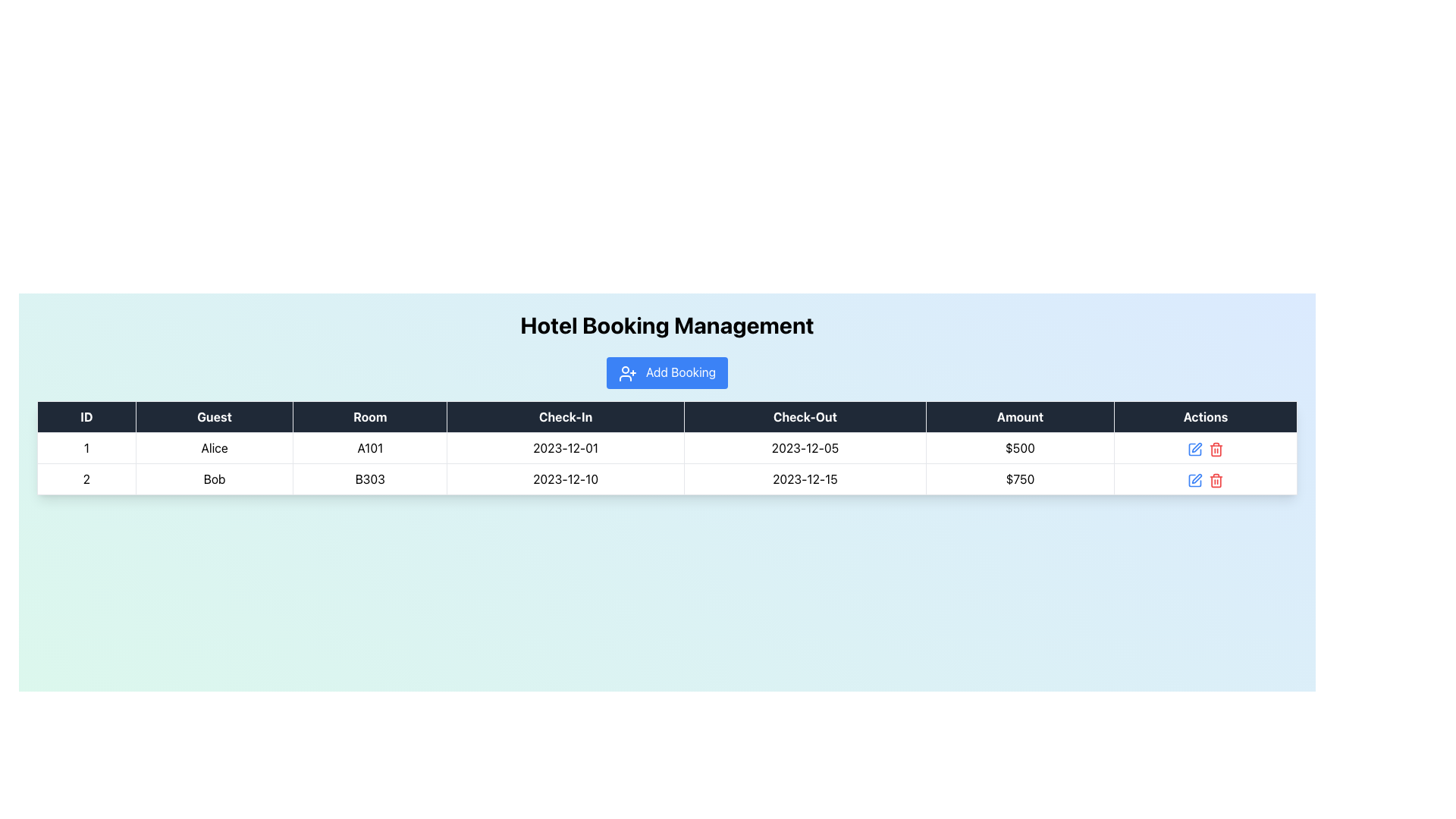  Describe the element at coordinates (370, 447) in the screenshot. I see `the text label displaying 'A101' in the 'Room' column of the first row of the table` at that location.